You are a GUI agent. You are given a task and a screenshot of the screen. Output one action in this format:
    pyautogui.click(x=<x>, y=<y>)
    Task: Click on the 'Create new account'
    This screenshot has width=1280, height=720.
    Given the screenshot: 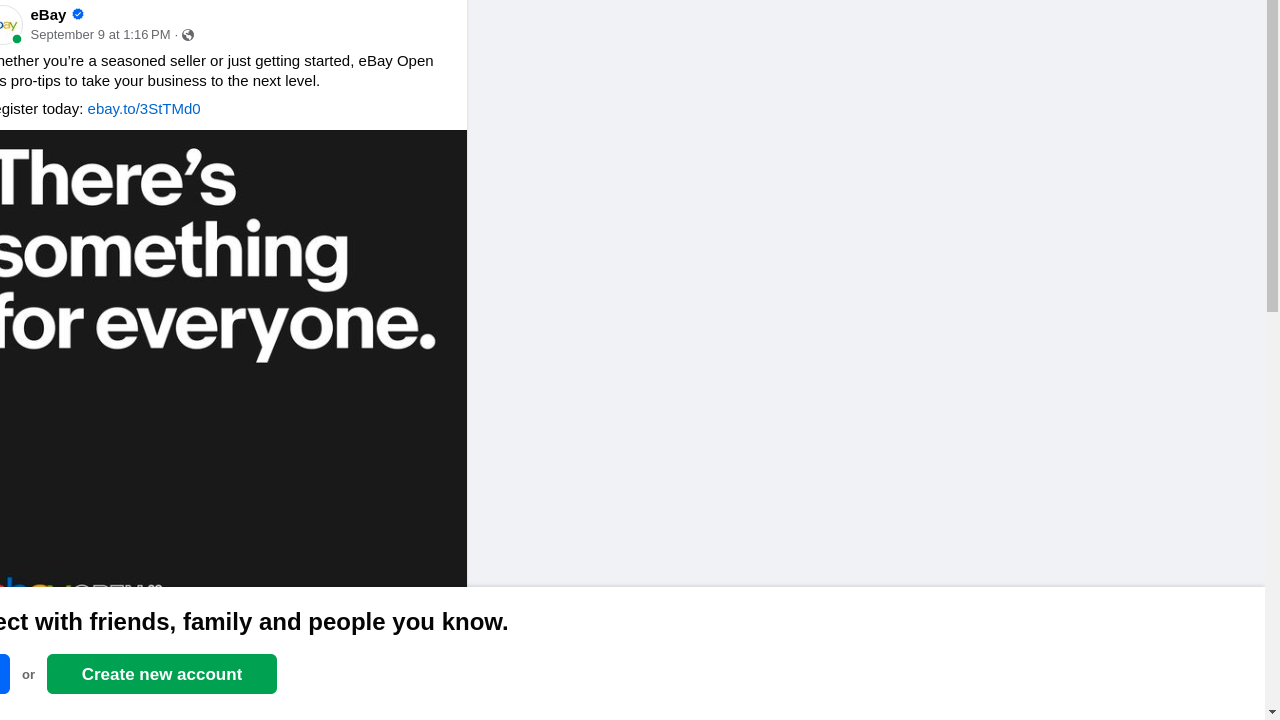 What is the action you would take?
    pyautogui.click(x=162, y=673)
    